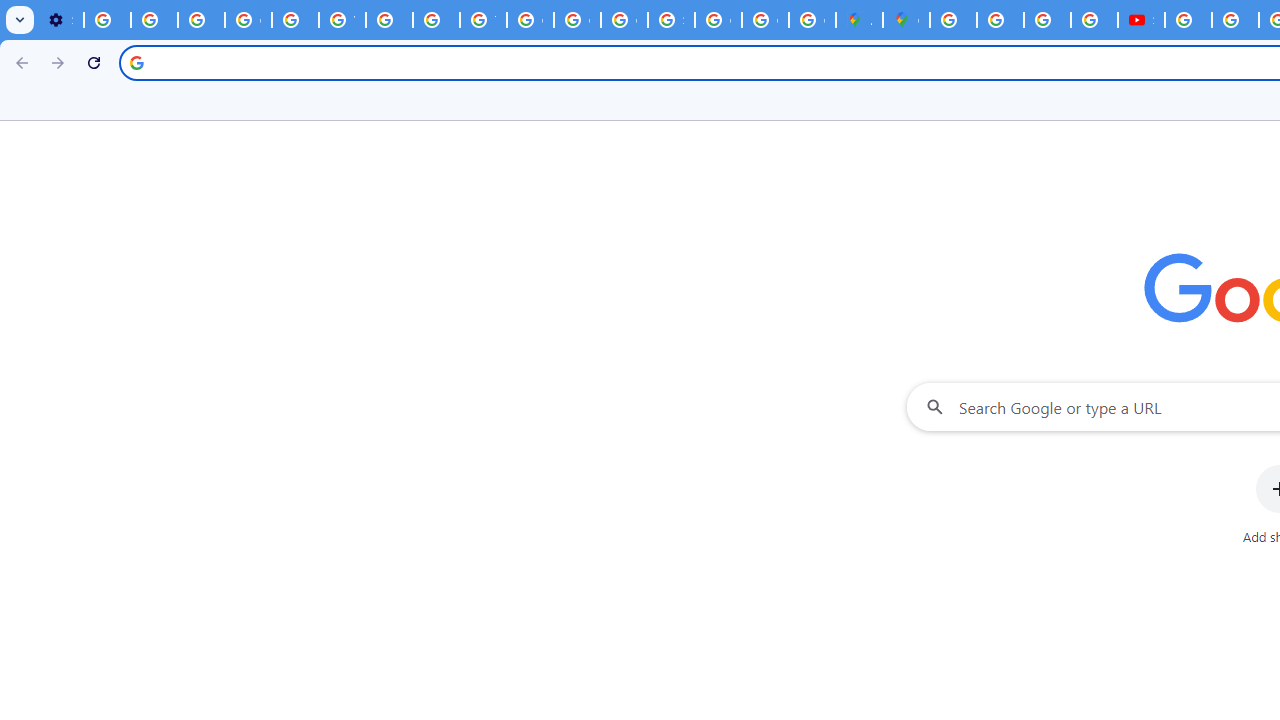 The width and height of the screenshot is (1280, 720). I want to click on 'Delete photos & videos - Computer - Google Photos Help', so click(106, 20).